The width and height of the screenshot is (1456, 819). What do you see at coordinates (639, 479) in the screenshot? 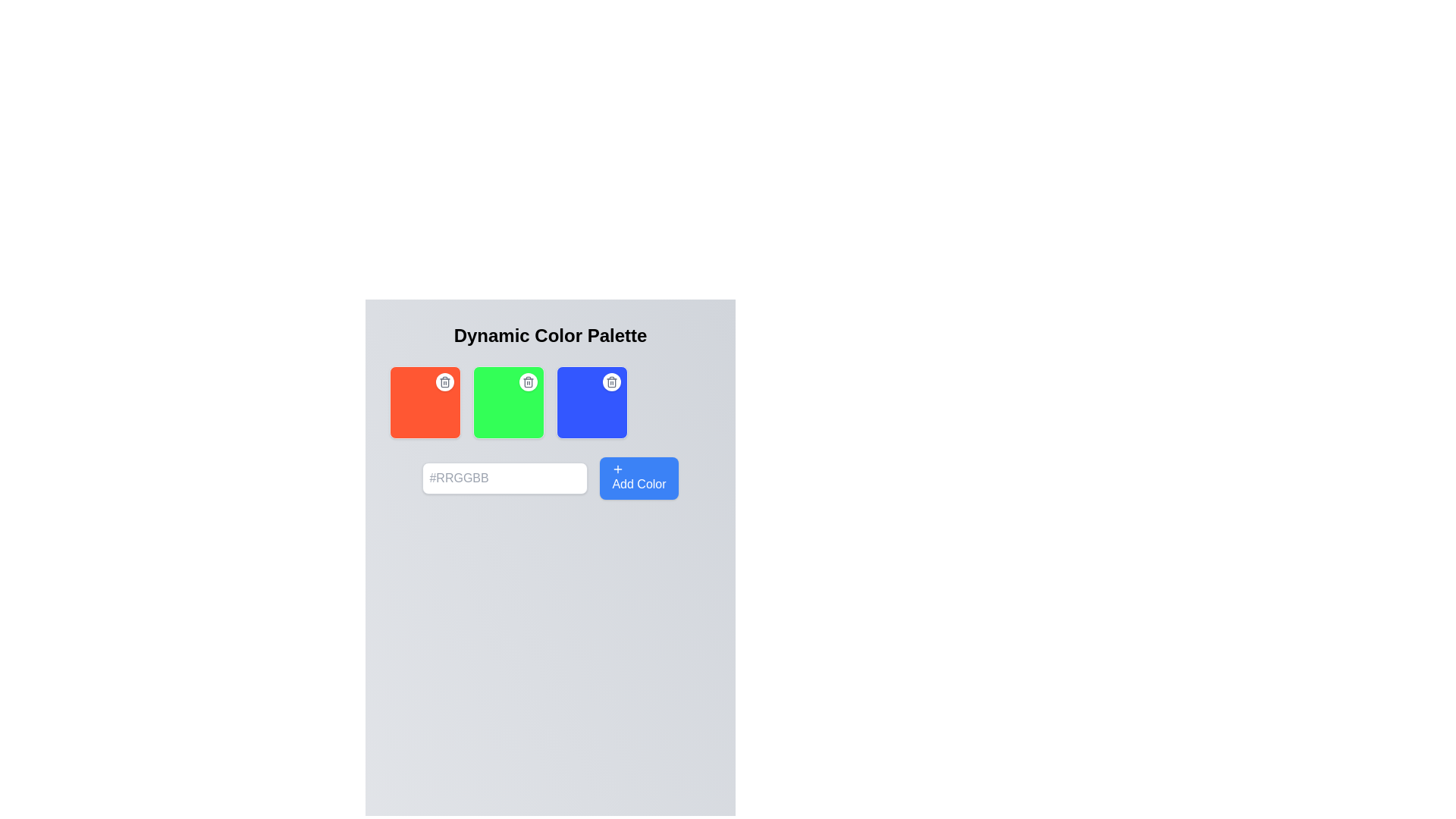
I see `the button used to add a new color to the palette` at bounding box center [639, 479].